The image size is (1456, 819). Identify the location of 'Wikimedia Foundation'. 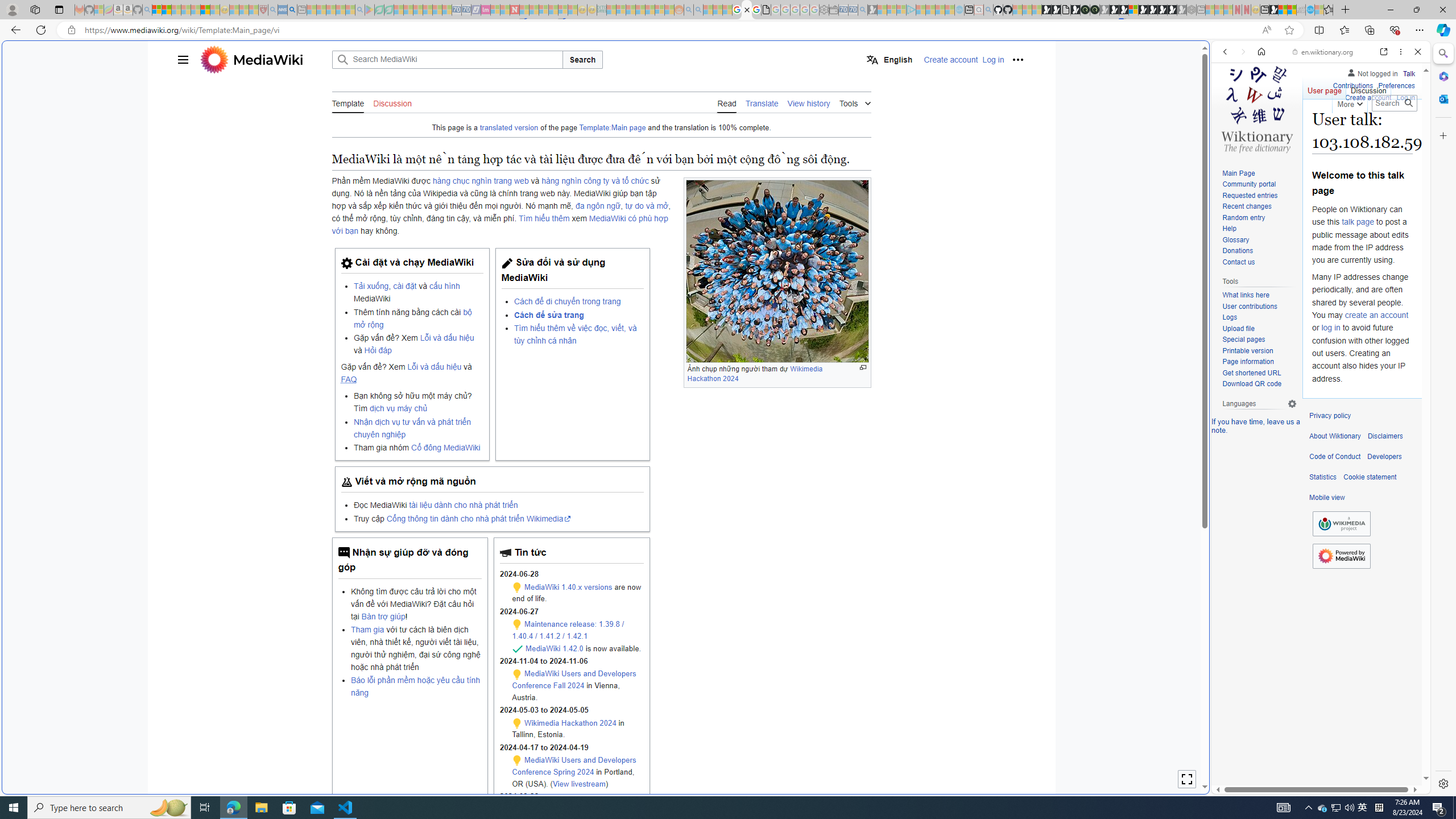
(1342, 523).